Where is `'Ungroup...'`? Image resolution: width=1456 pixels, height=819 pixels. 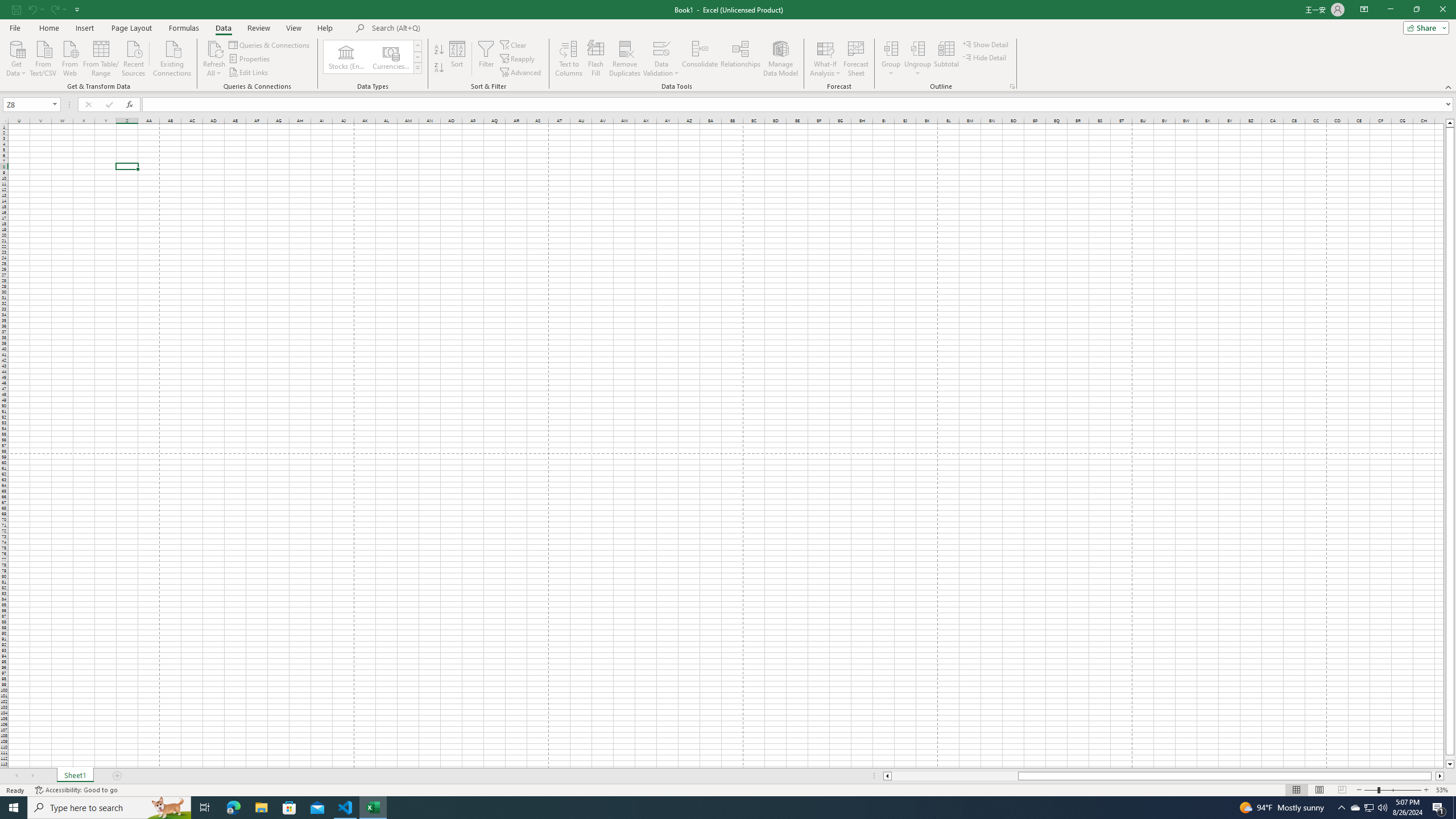 'Ungroup...' is located at coordinates (918, 59).